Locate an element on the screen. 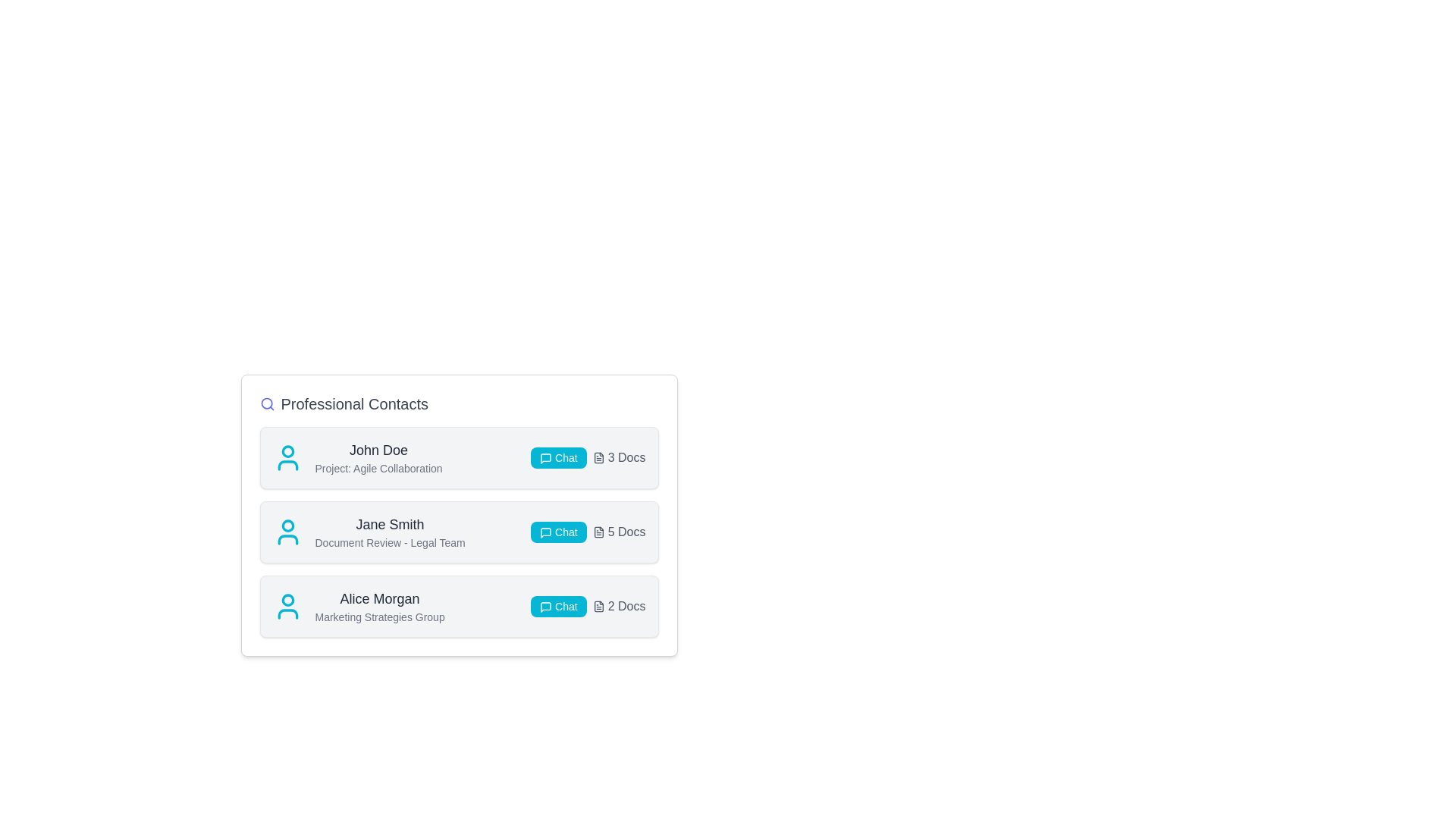 This screenshot has width=1456, height=819. the contact card for John Doe to view their details is located at coordinates (458, 457).